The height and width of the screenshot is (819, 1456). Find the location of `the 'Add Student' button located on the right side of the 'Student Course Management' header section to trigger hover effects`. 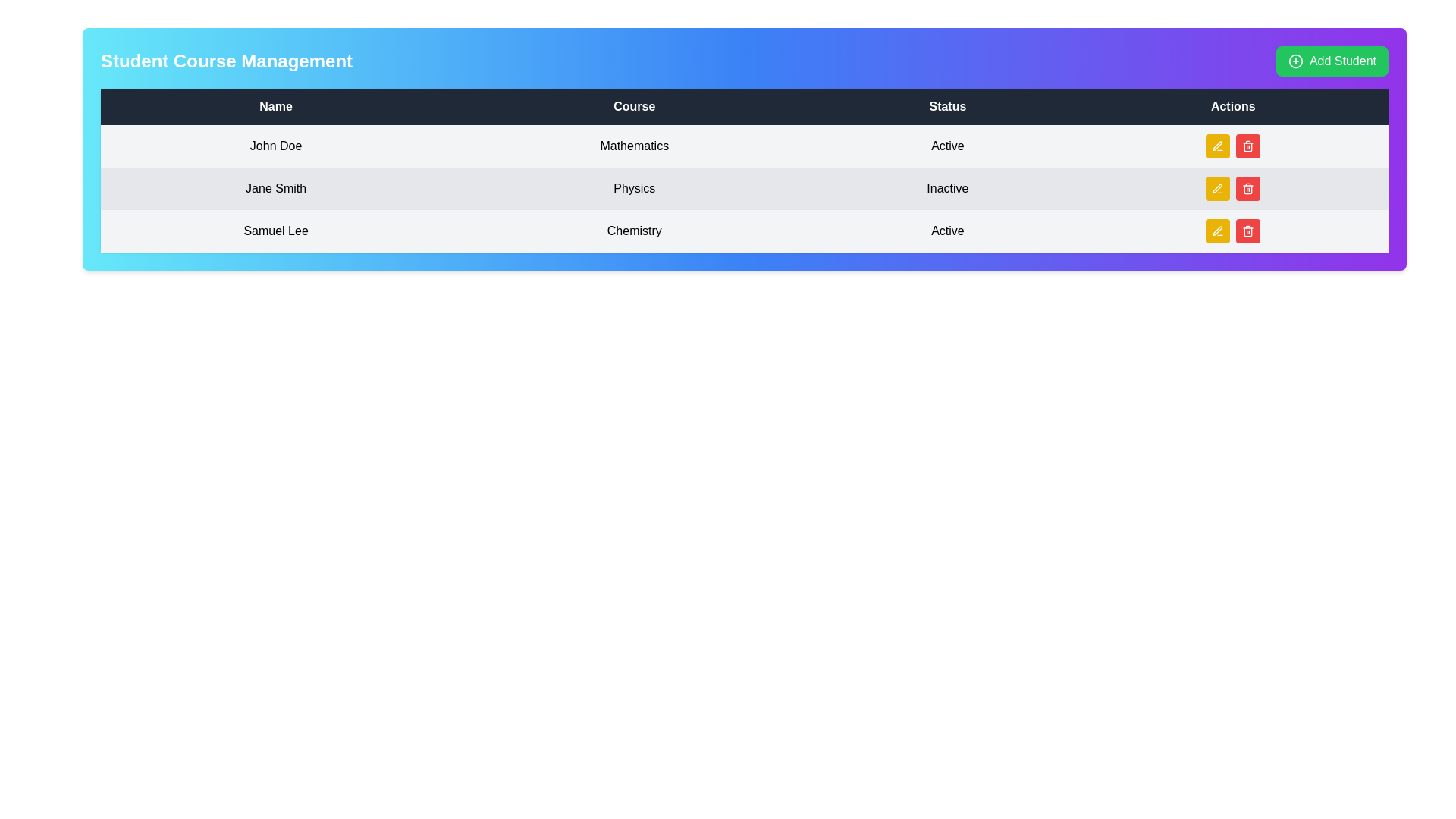

the 'Add Student' button located on the right side of the 'Student Course Management' header section to trigger hover effects is located at coordinates (1331, 61).